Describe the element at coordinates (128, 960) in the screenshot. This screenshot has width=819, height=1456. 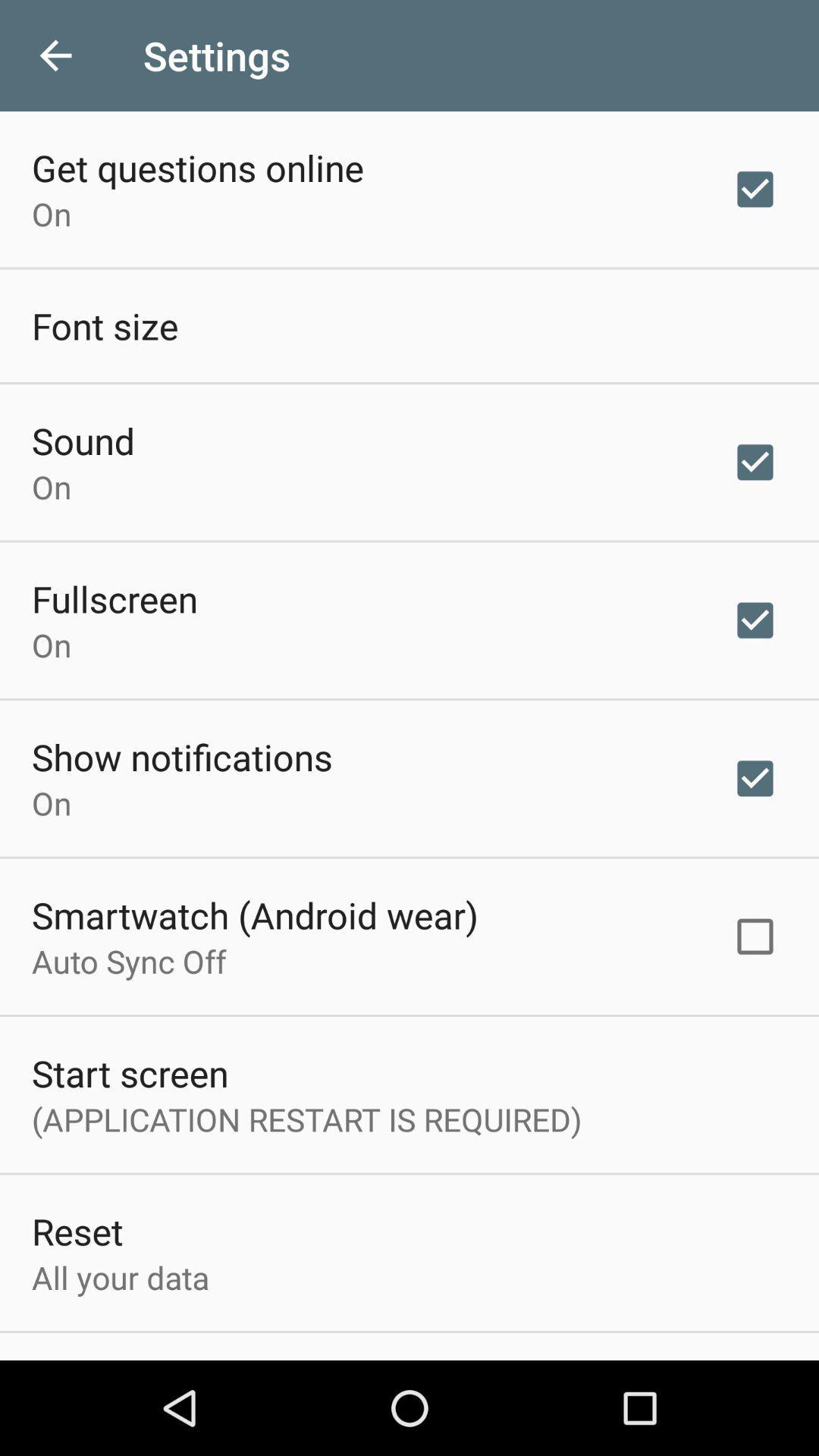
I see `auto sync off item` at that location.